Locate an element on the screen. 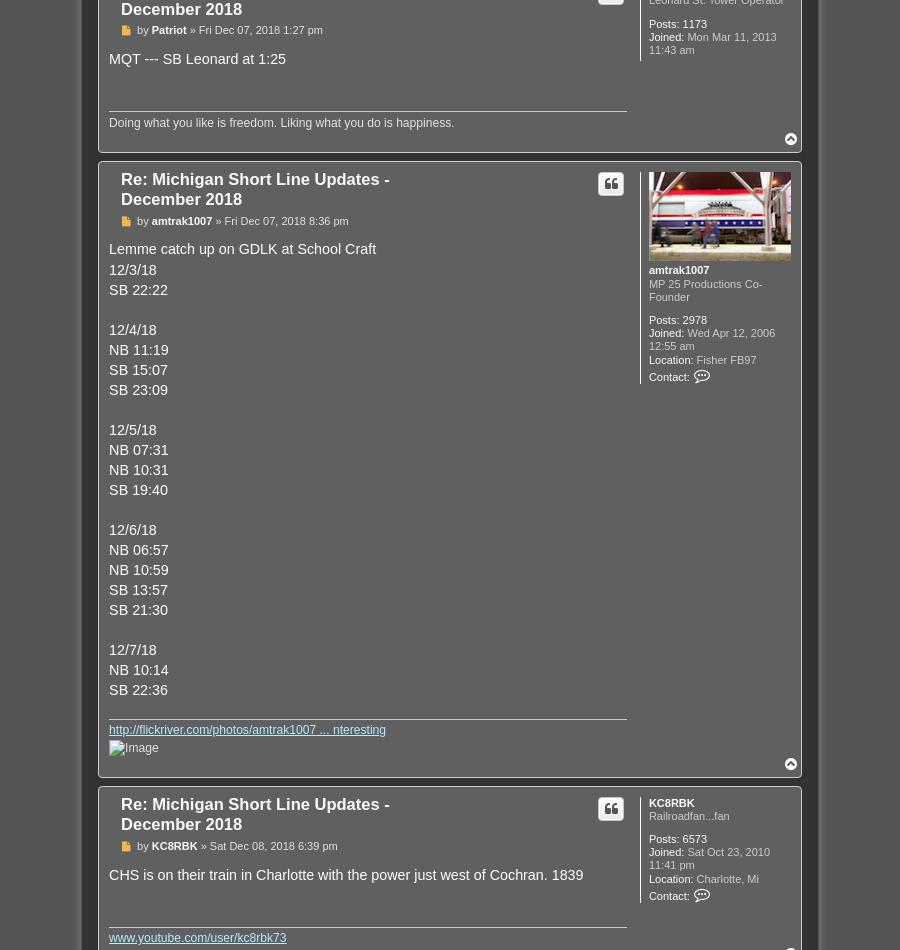 This screenshot has width=900, height=950. 'NB 10:59' is located at coordinates (138, 568).